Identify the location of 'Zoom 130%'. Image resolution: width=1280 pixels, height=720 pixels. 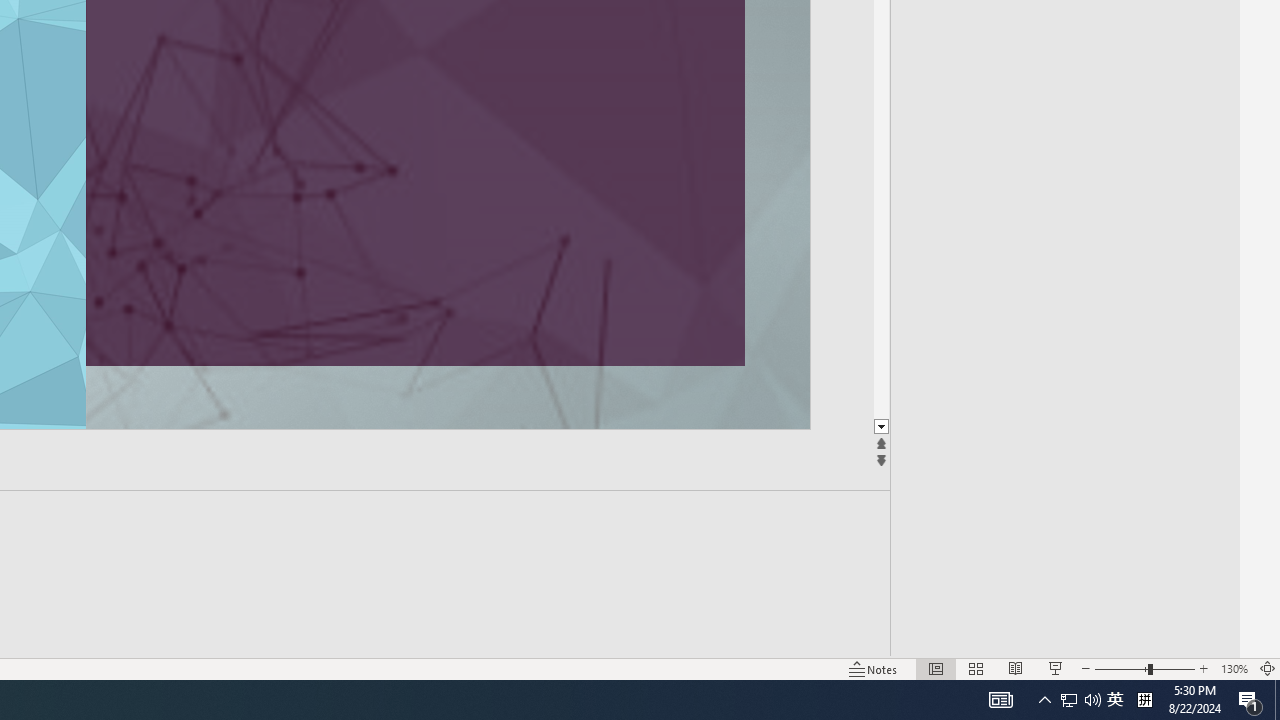
(1233, 669).